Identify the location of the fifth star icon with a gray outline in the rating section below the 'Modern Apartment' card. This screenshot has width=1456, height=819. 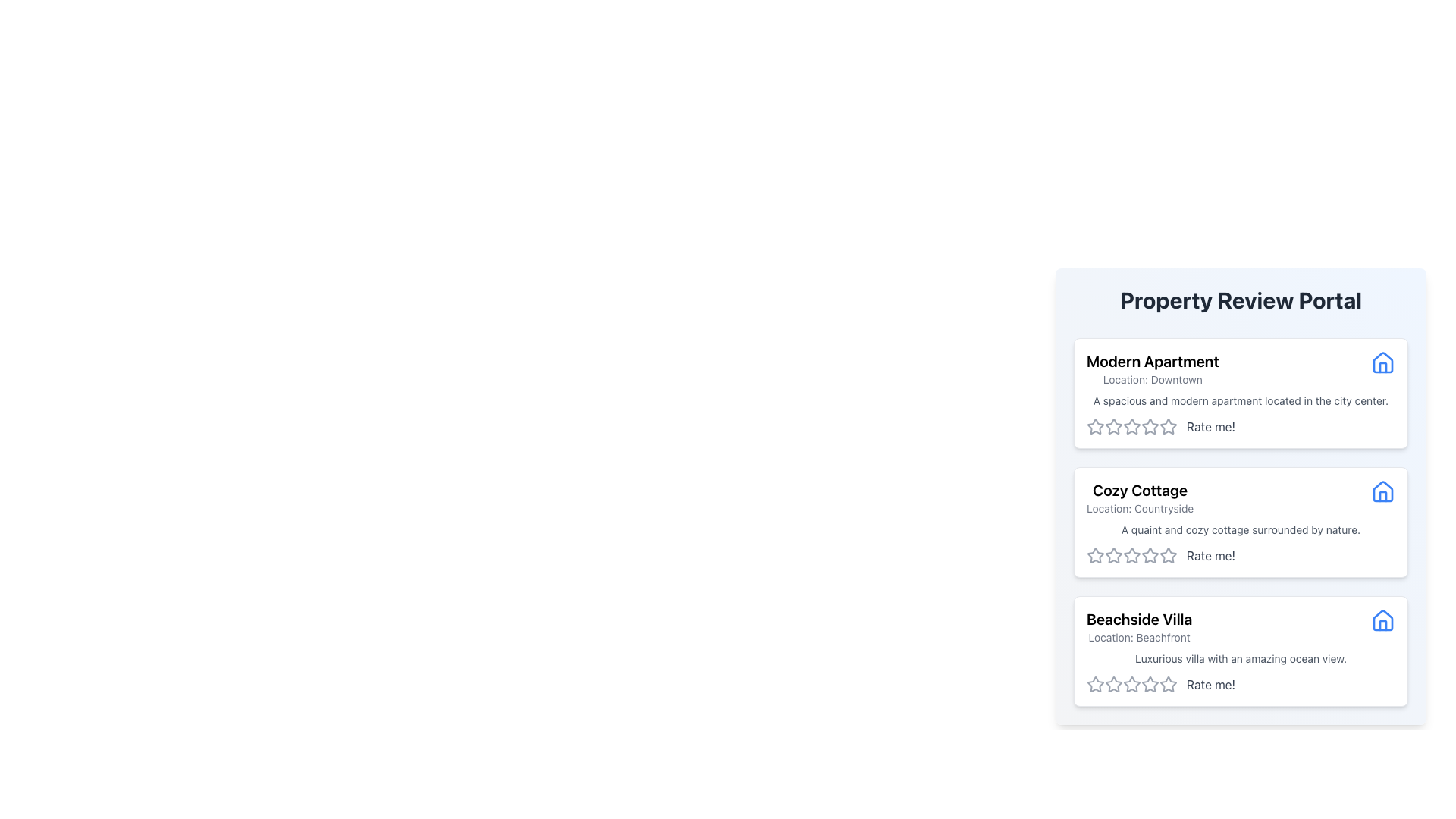
(1150, 427).